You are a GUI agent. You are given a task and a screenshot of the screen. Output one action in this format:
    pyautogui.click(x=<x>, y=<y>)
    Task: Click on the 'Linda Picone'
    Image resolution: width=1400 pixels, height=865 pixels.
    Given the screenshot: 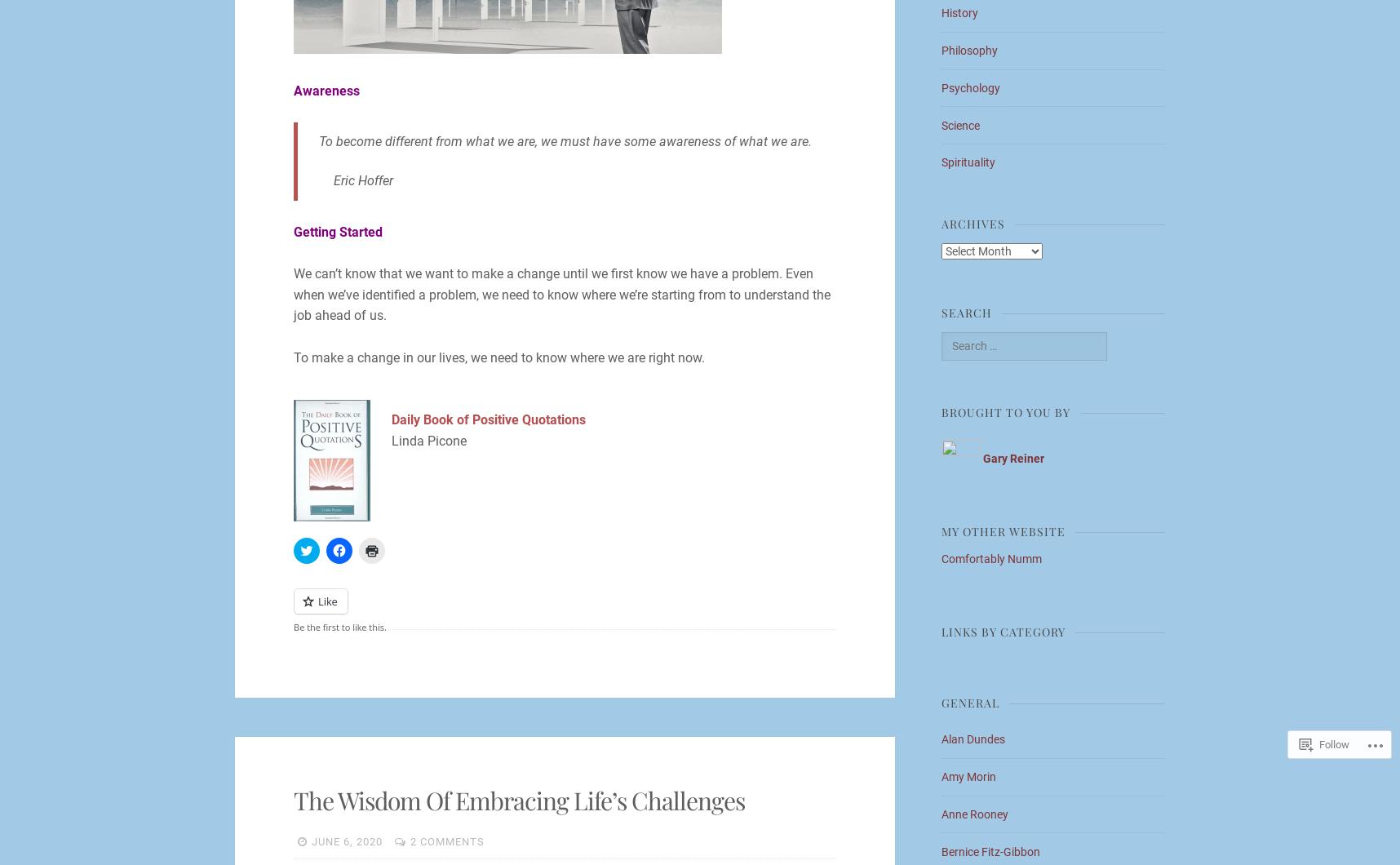 What is the action you would take?
    pyautogui.click(x=427, y=440)
    